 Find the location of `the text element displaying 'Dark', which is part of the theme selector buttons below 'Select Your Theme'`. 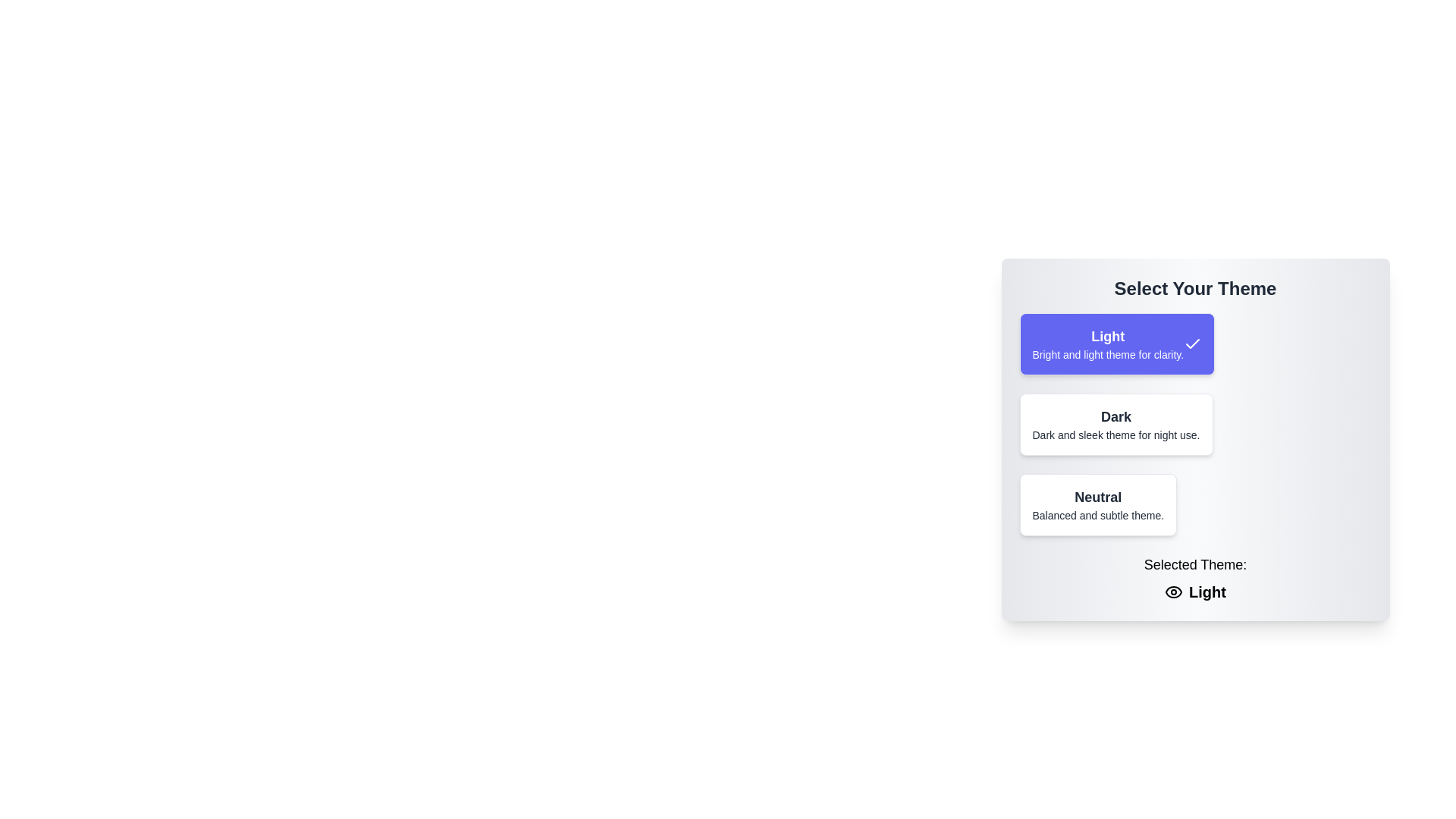

the text element displaying 'Dark', which is part of the theme selector buttons below 'Select Your Theme' is located at coordinates (1116, 417).